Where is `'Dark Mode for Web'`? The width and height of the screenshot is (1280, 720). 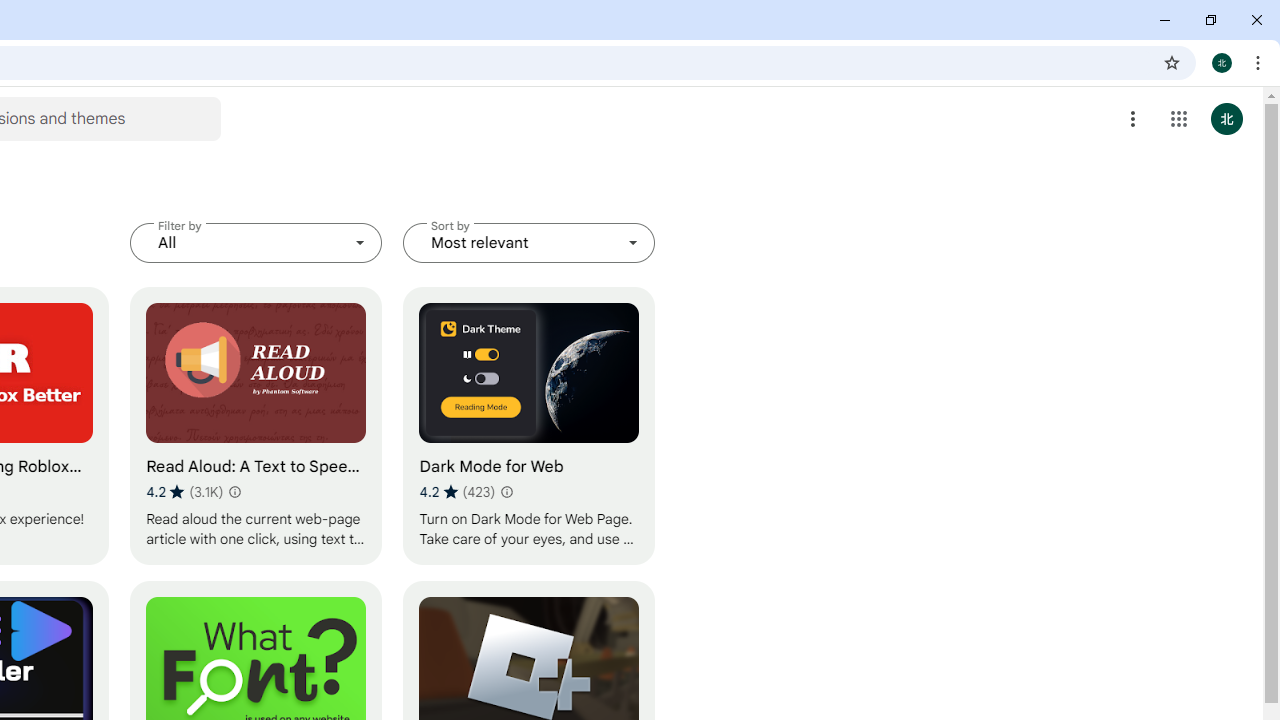
'Dark Mode for Web' is located at coordinates (529, 425).